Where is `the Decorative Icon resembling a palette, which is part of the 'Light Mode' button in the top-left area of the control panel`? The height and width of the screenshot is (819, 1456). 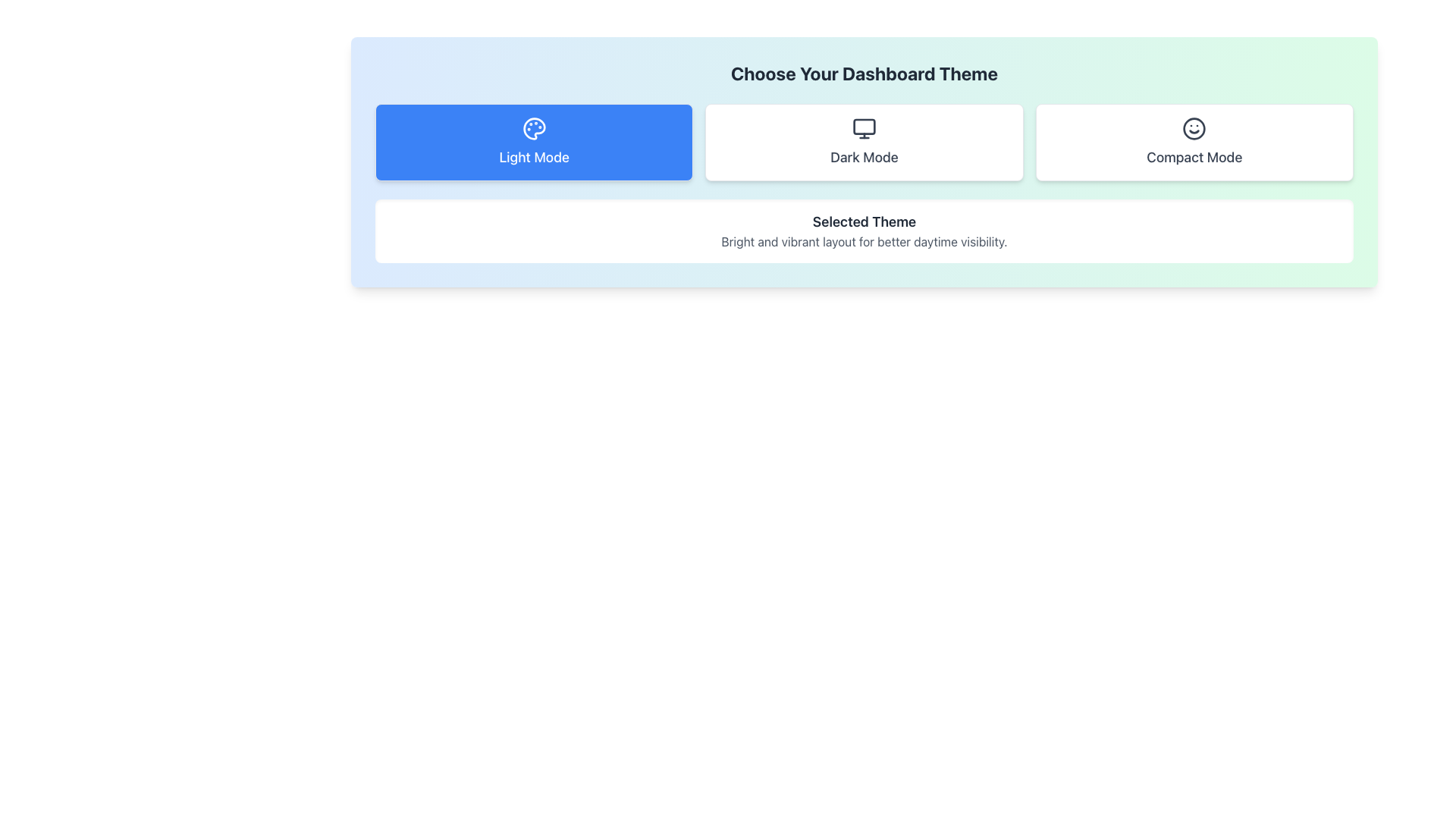 the Decorative Icon resembling a palette, which is part of the 'Light Mode' button in the top-left area of the control panel is located at coordinates (534, 127).